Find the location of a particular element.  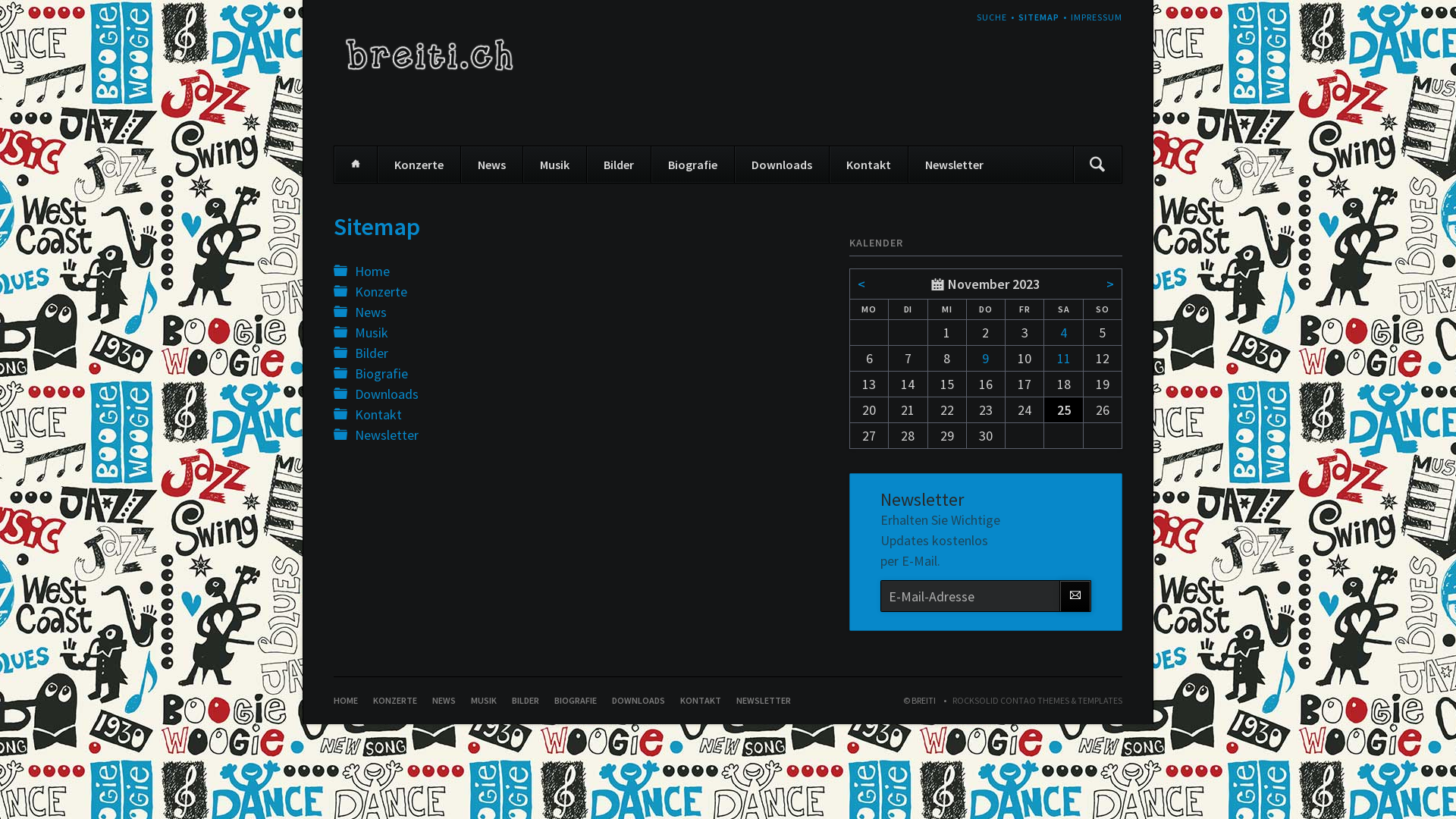

'ROCKSOLID CONTAO THEMES & TEMPLATES' is located at coordinates (1030, 700).